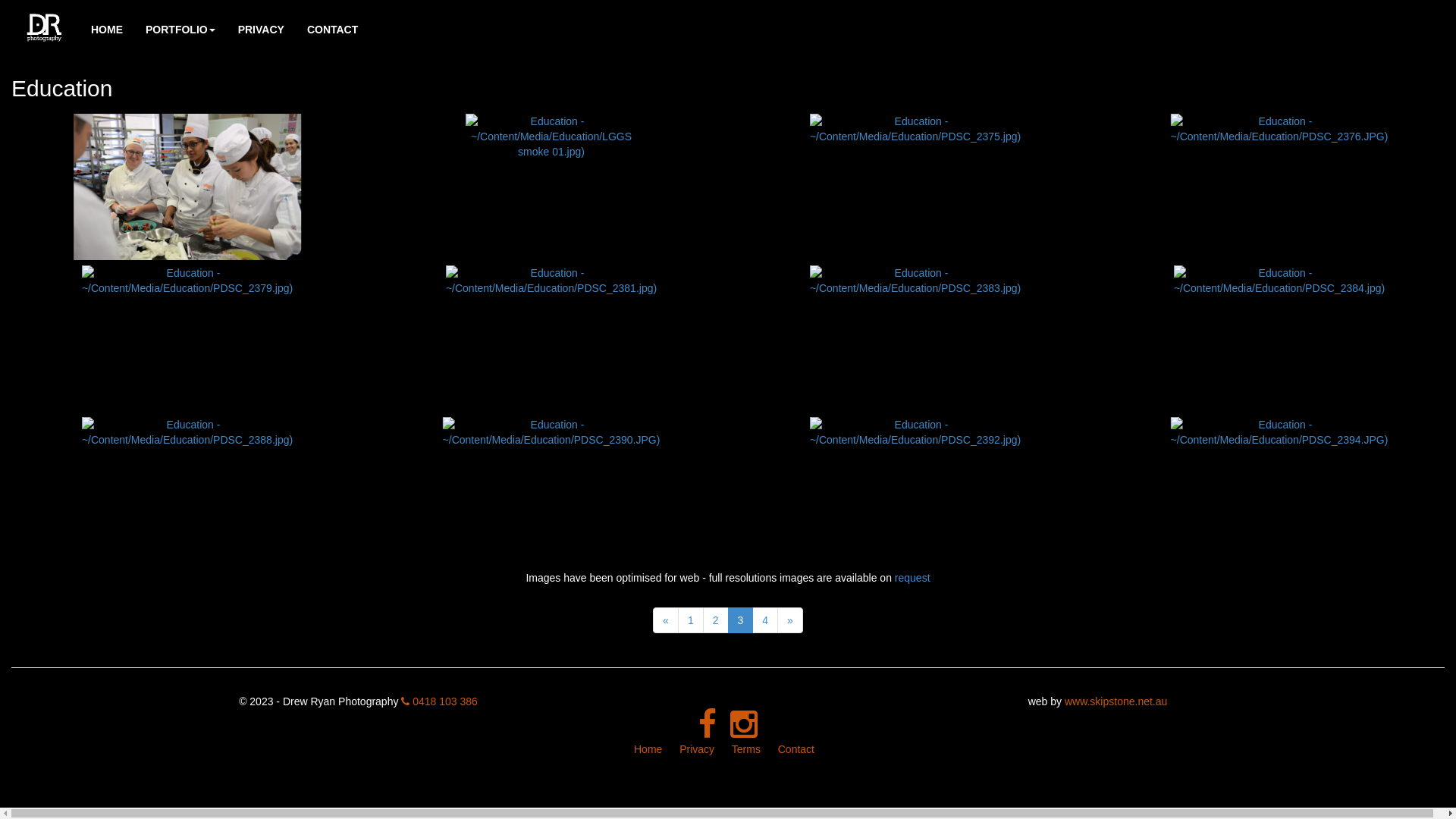 This screenshot has height=819, width=1456. What do you see at coordinates (331, 29) in the screenshot?
I see `'CONTACT'` at bounding box center [331, 29].